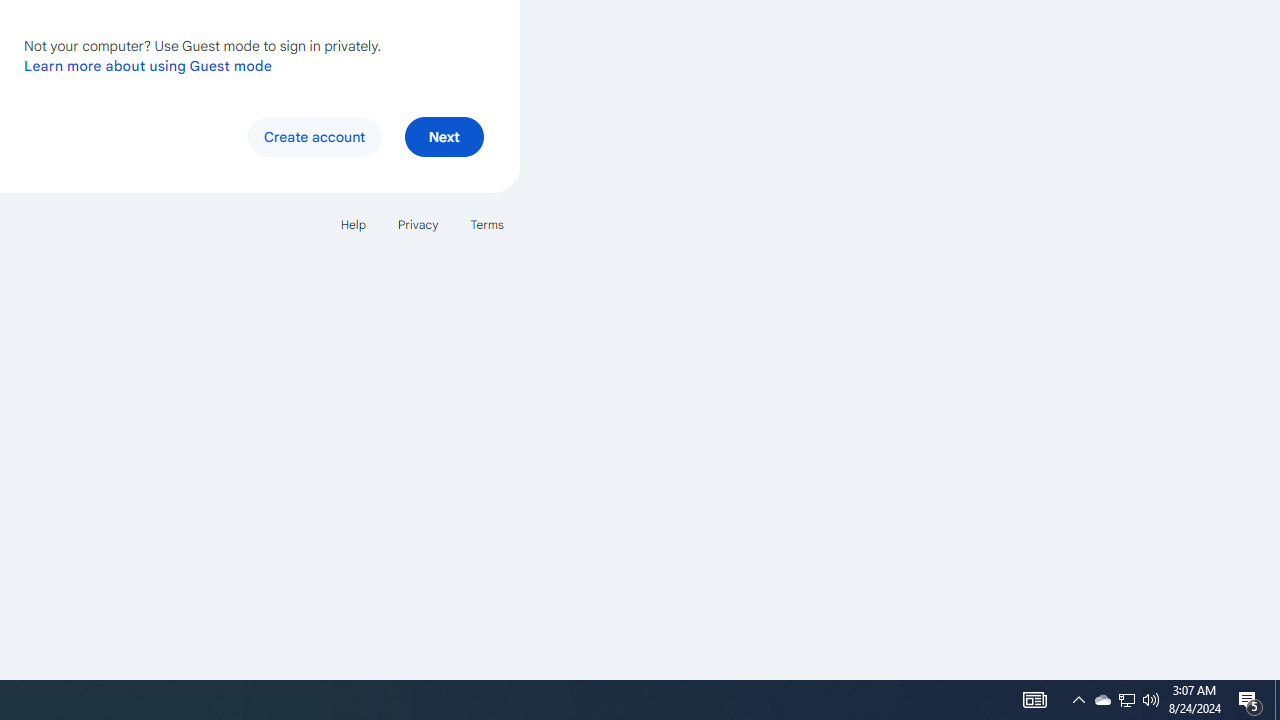  I want to click on 'Next', so click(443, 135).